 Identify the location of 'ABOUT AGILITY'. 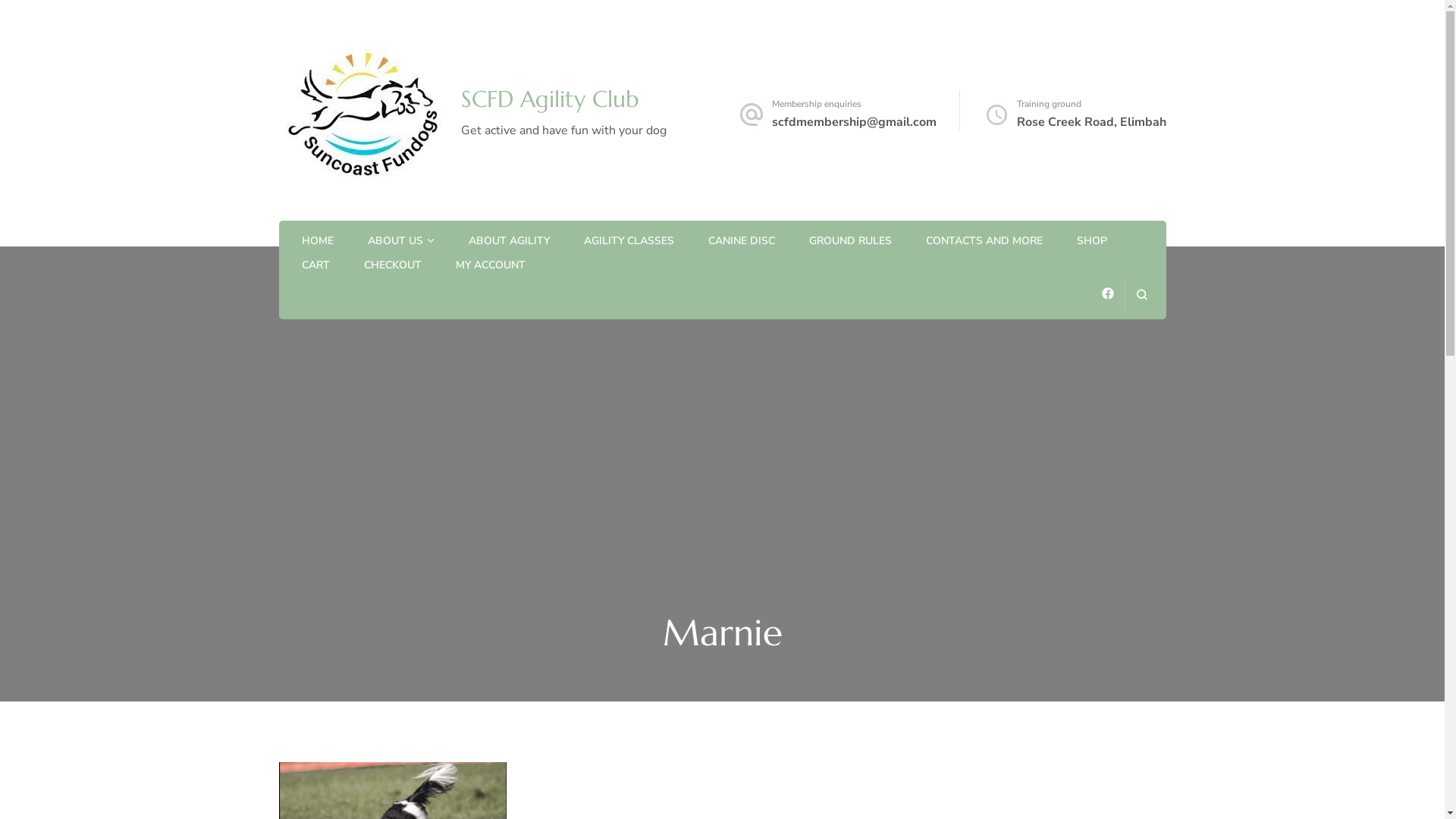
(509, 241).